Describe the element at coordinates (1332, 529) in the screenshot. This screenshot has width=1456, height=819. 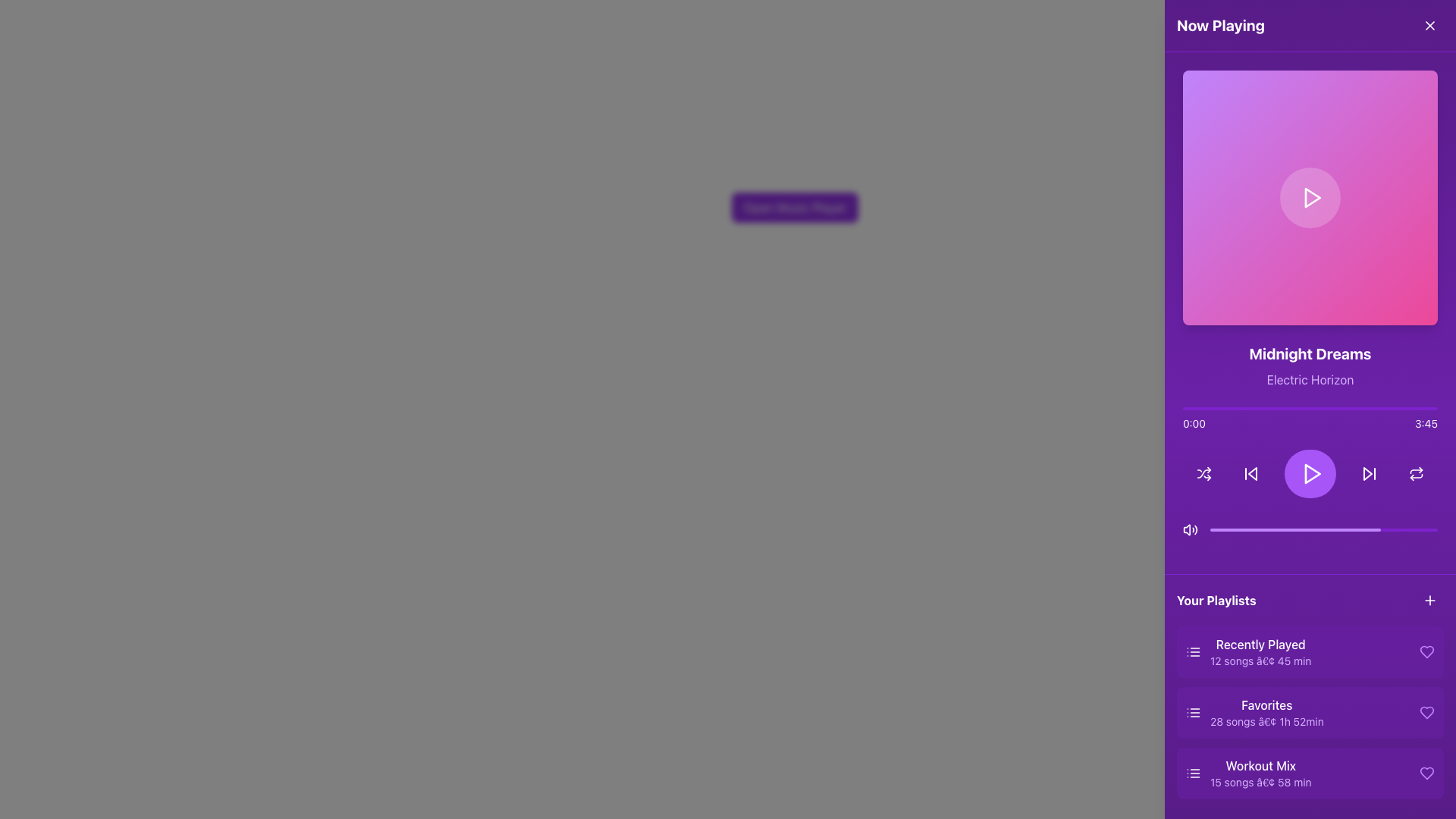
I see `media playback progress` at that location.